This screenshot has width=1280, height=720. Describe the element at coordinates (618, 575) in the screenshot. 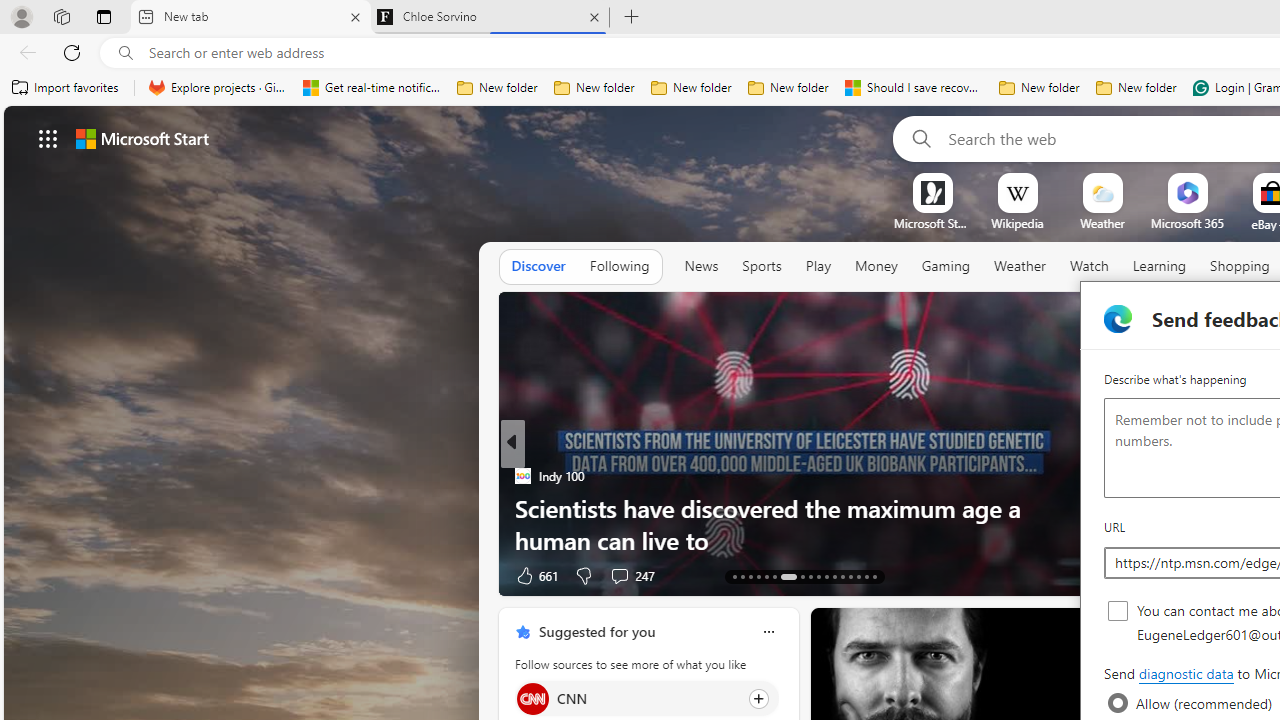

I see `'View comments 247 Comment'` at that location.